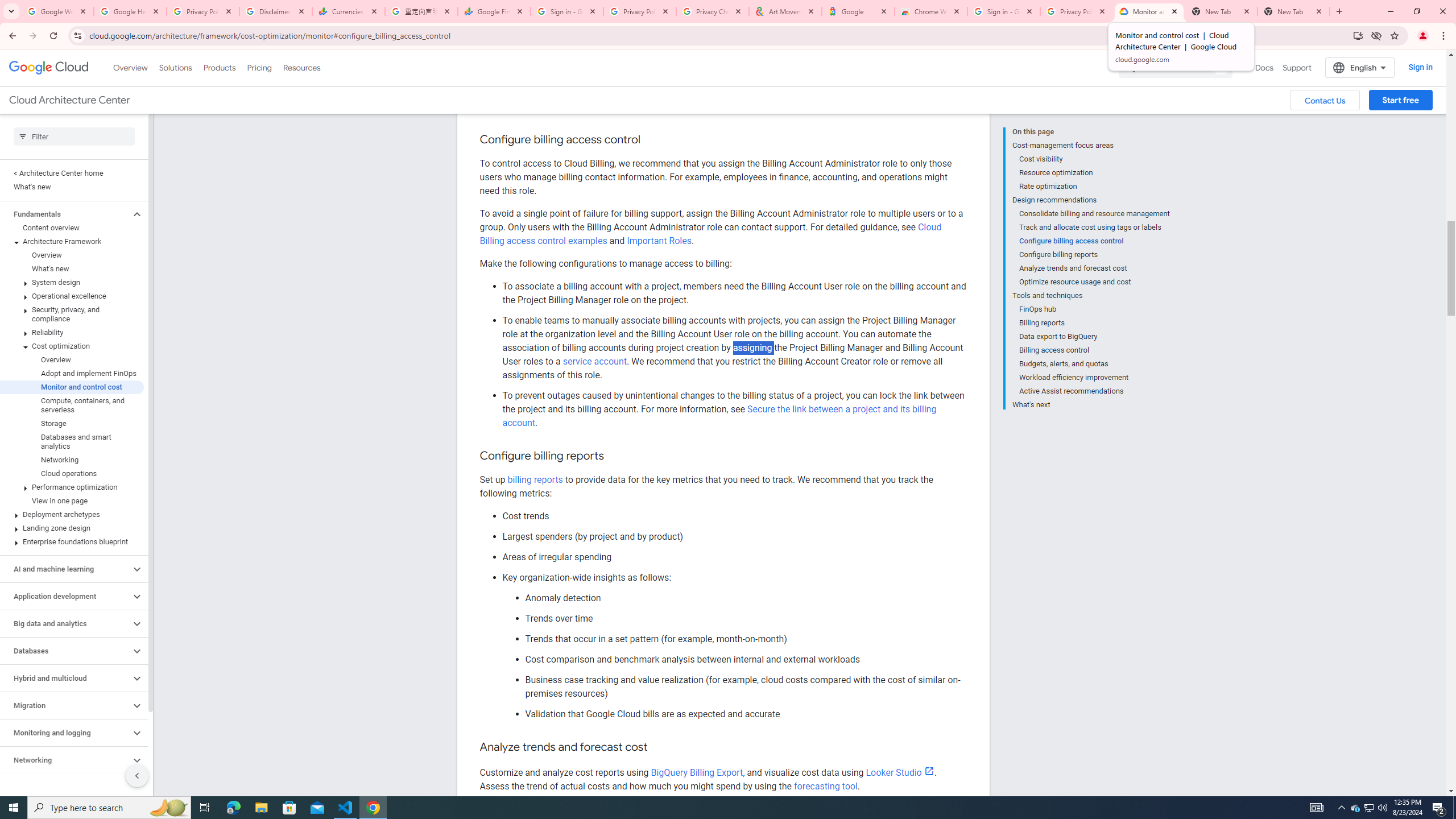 Image resolution: width=1456 pixels, height=819 pixels. I want to click on 'service account', so click(593, 361).